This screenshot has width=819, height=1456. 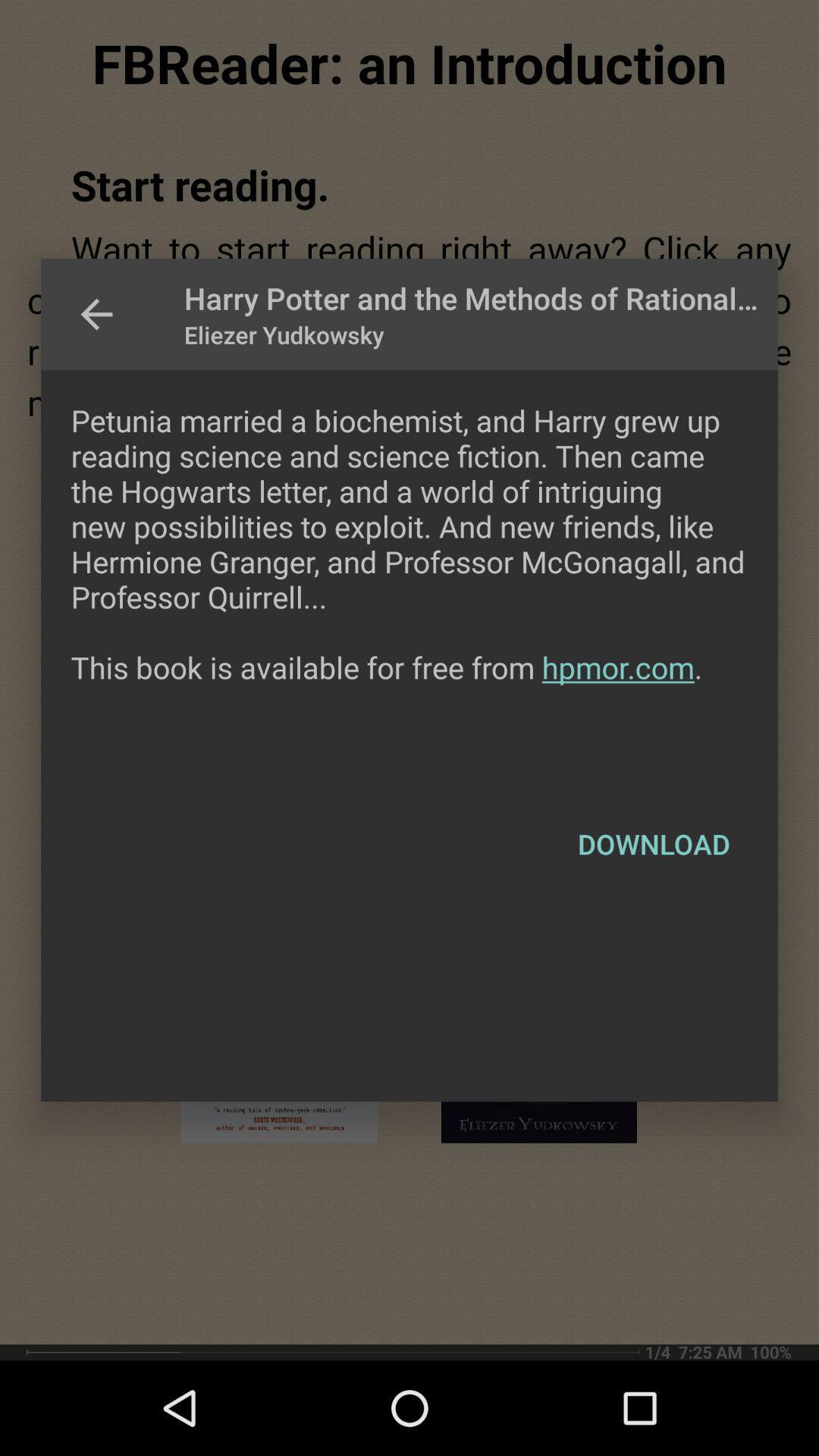 I want to click on the icon next to harry potter and item, so click(x=96, y=313).